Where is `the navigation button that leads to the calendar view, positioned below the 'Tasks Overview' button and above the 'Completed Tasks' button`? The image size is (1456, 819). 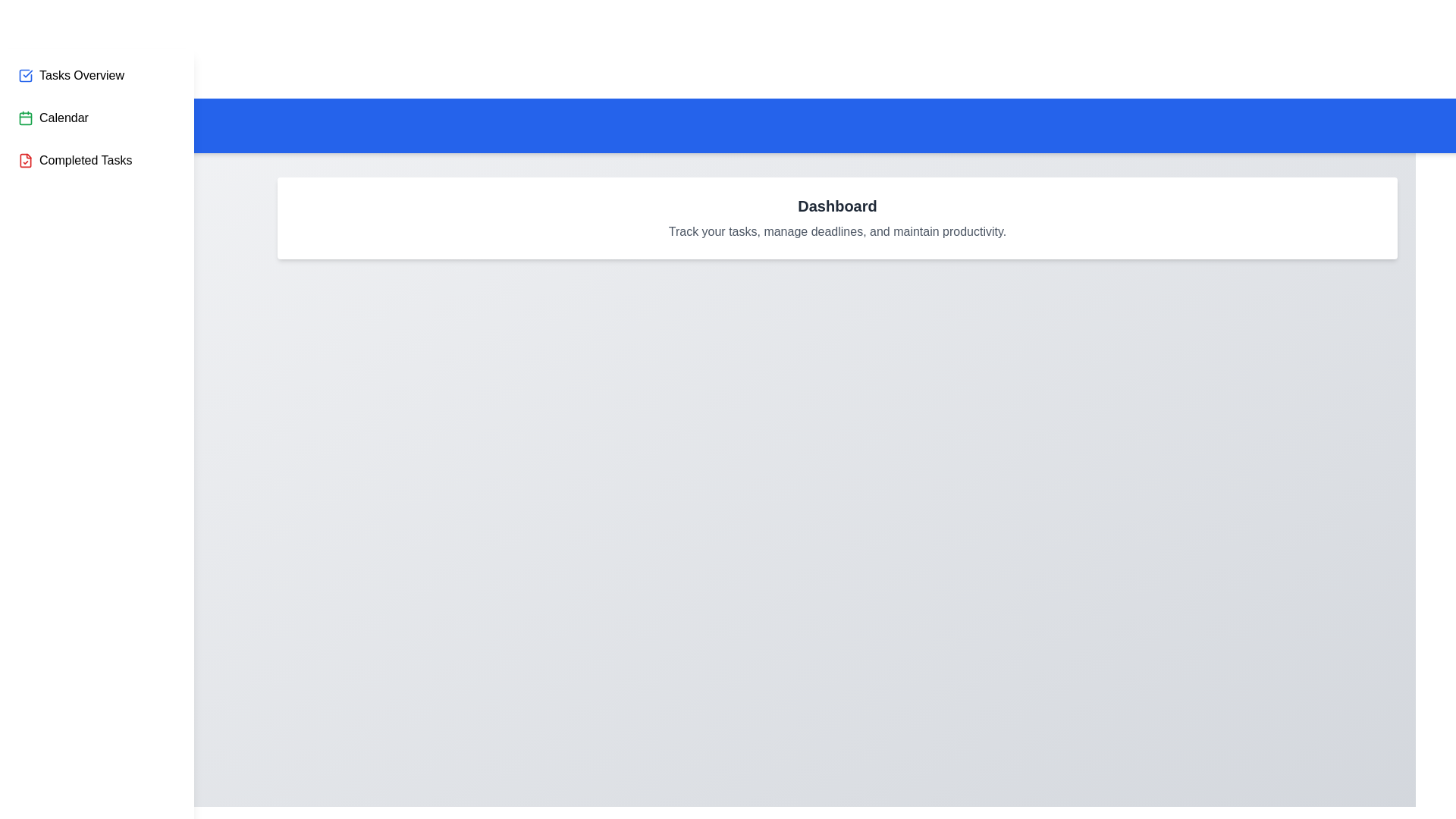 the navigation button that leads to the calendar view, positioned below the 'Tasks Overview' button and above the 'Completed Tasks' button is located at coordinates (53, 117).